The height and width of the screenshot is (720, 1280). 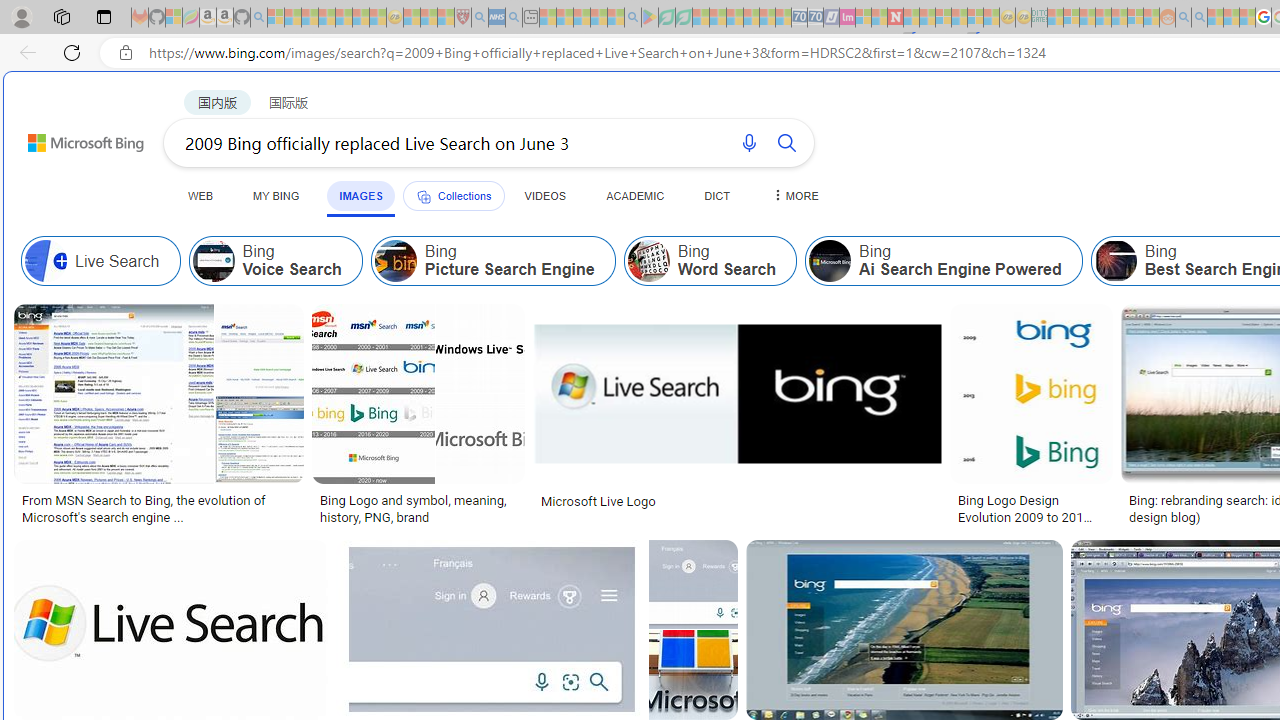 I want to click on 'Bing Ai Search Engine Powered', so click(x=943, y=260).